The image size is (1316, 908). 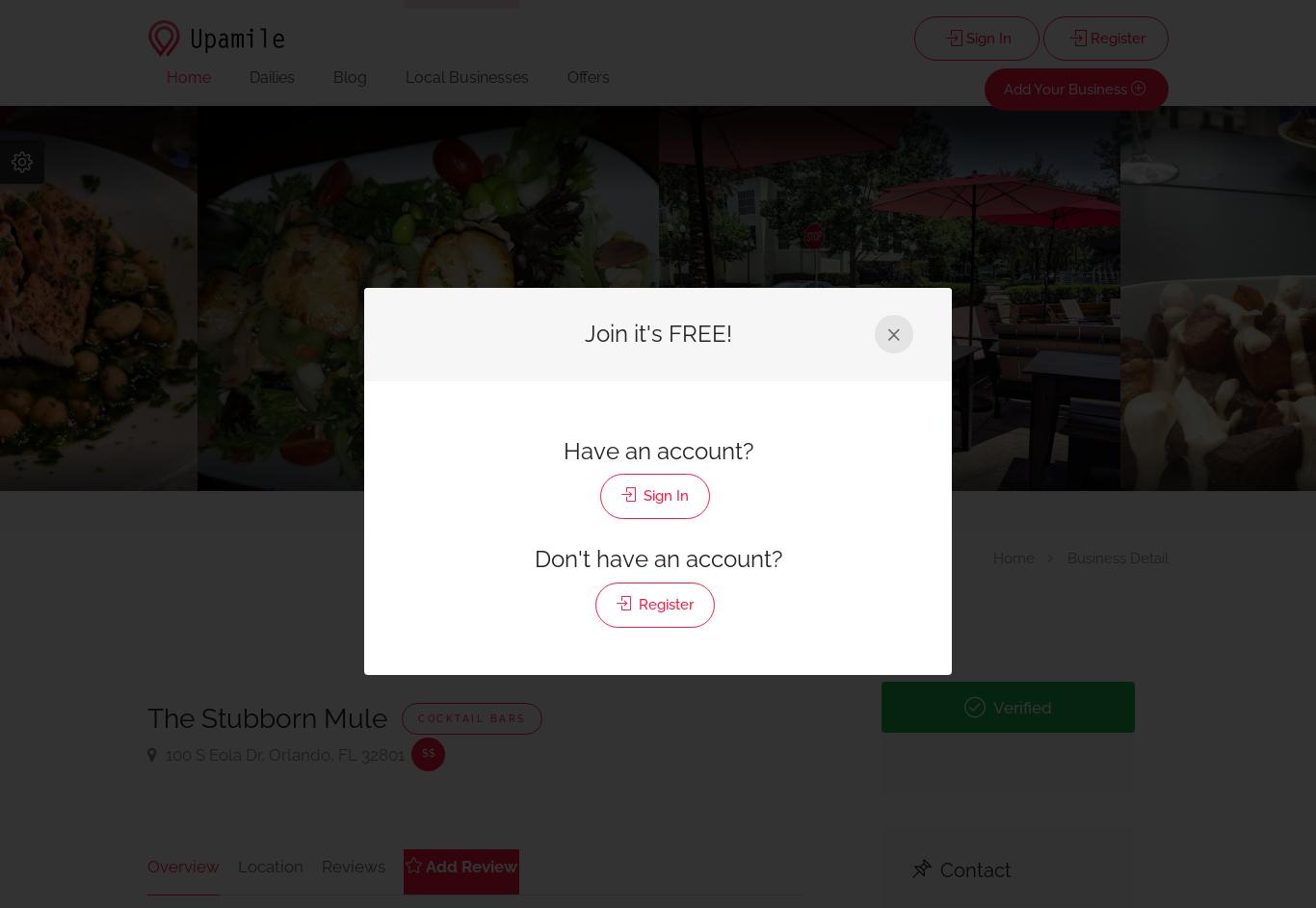 I want to click on 'Location', so click(x=270, y=864).